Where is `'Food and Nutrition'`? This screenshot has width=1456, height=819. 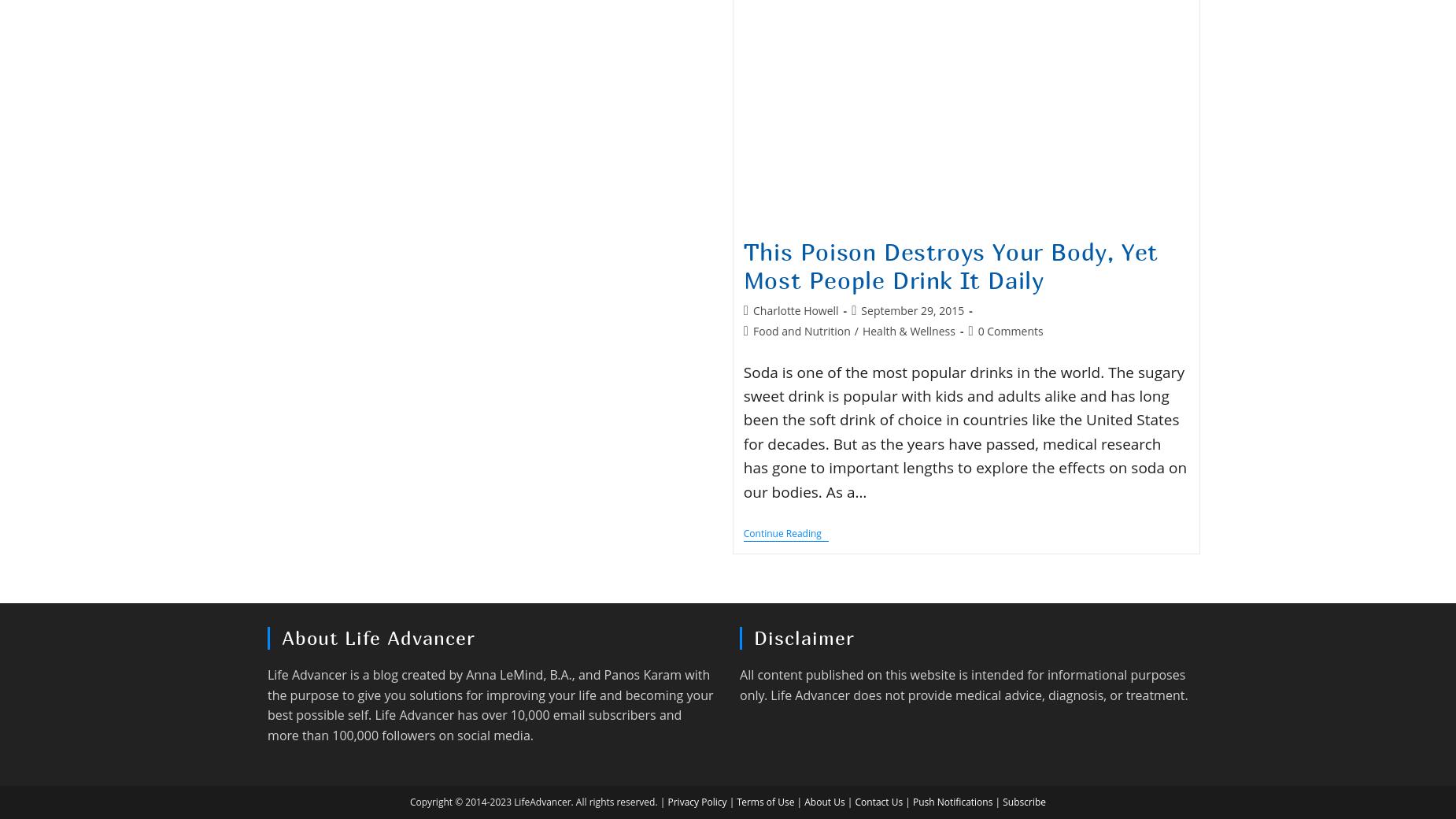
'Food and Nutrition' is located at coordinates (800, 330).